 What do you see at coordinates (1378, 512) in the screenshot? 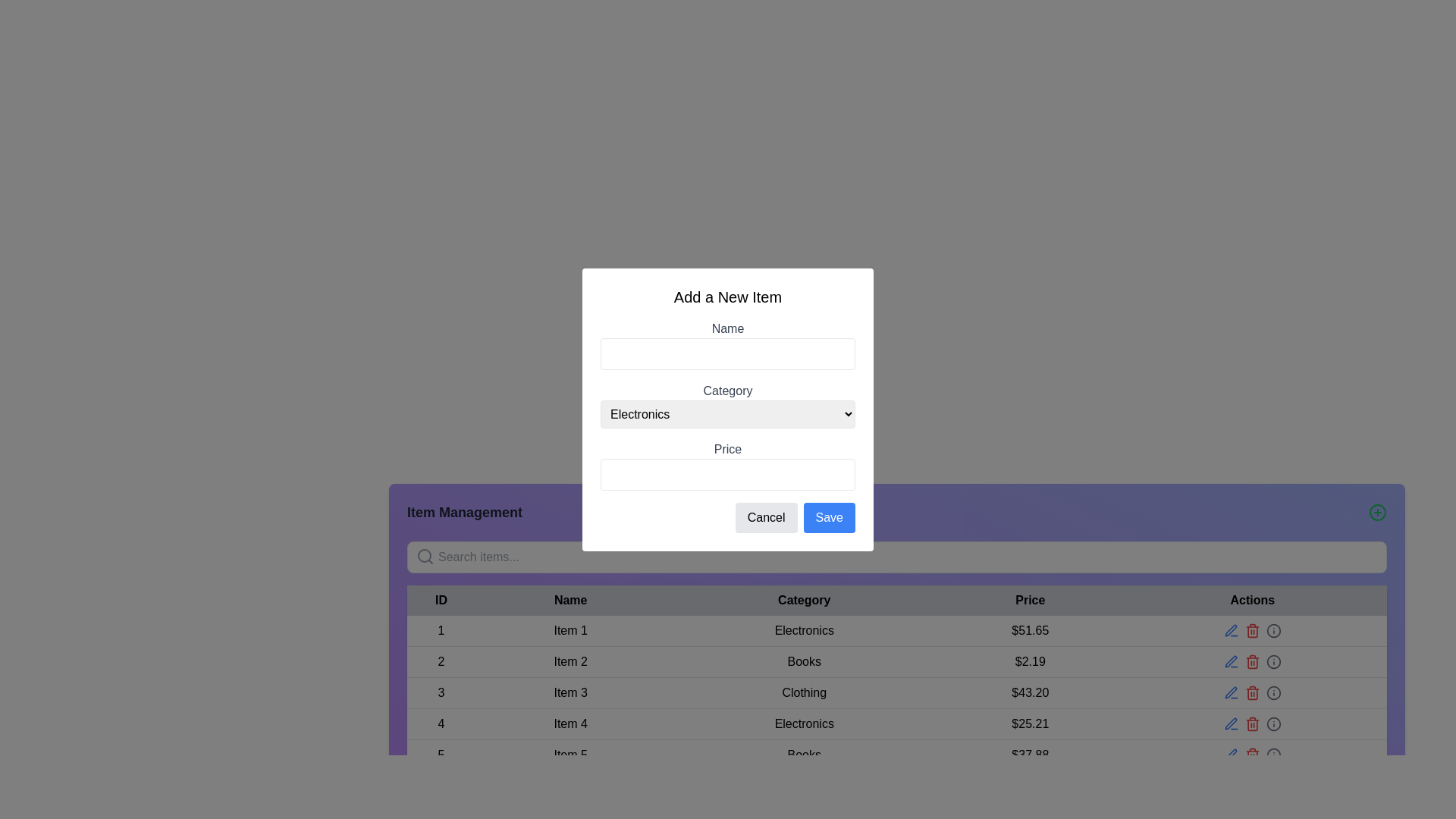
I see `the circular decorative vector element with a thin green stroke, located in the top-right corner of the blue toolbar at the bottom of the main interface` at bounding box center [1378, 512].